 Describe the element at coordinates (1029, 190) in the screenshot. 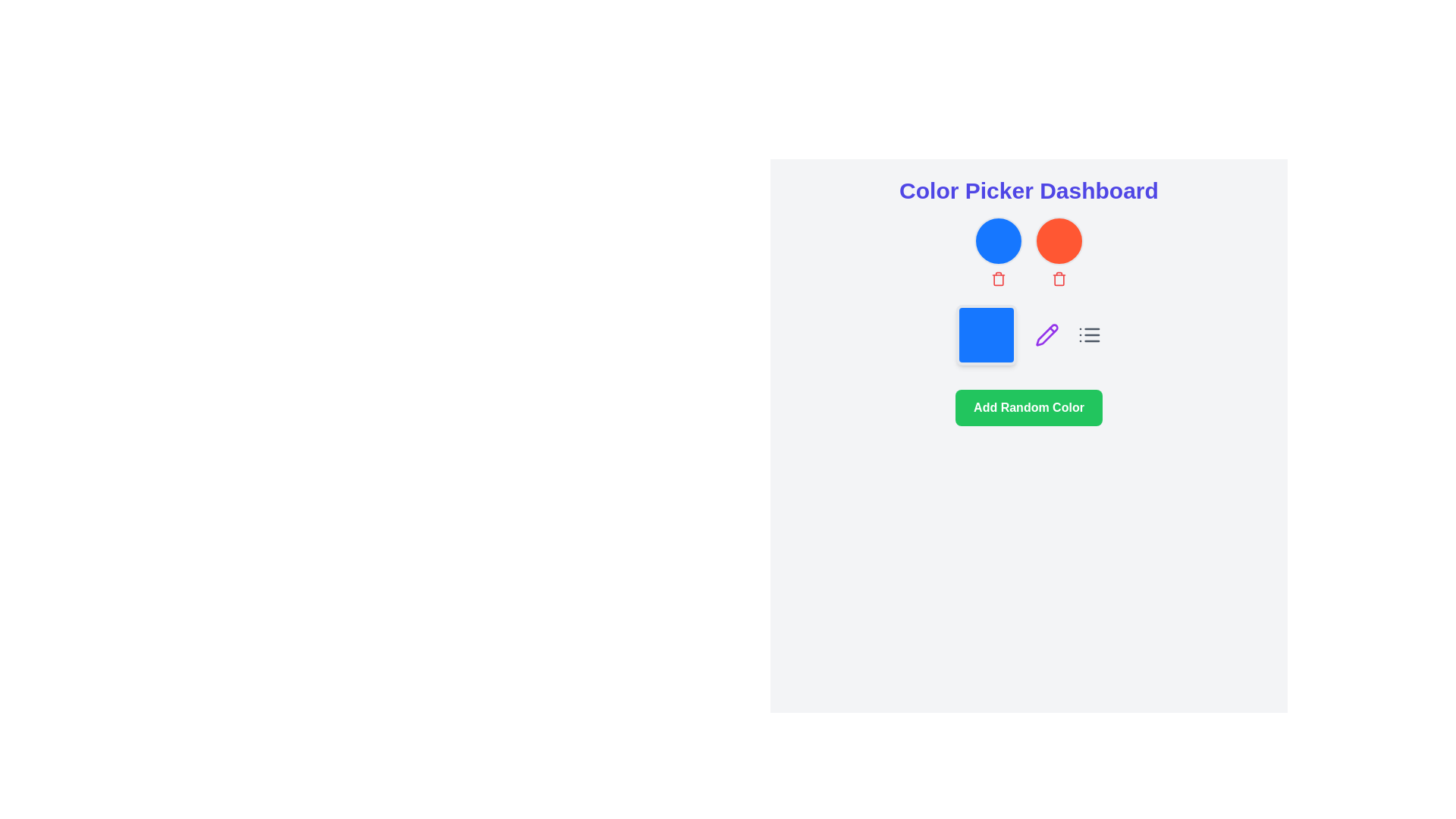

I see `the static text label 'Color Picker Dashboard' which is styled in bold, large blue-indigo font at the top of the interface` at that location.